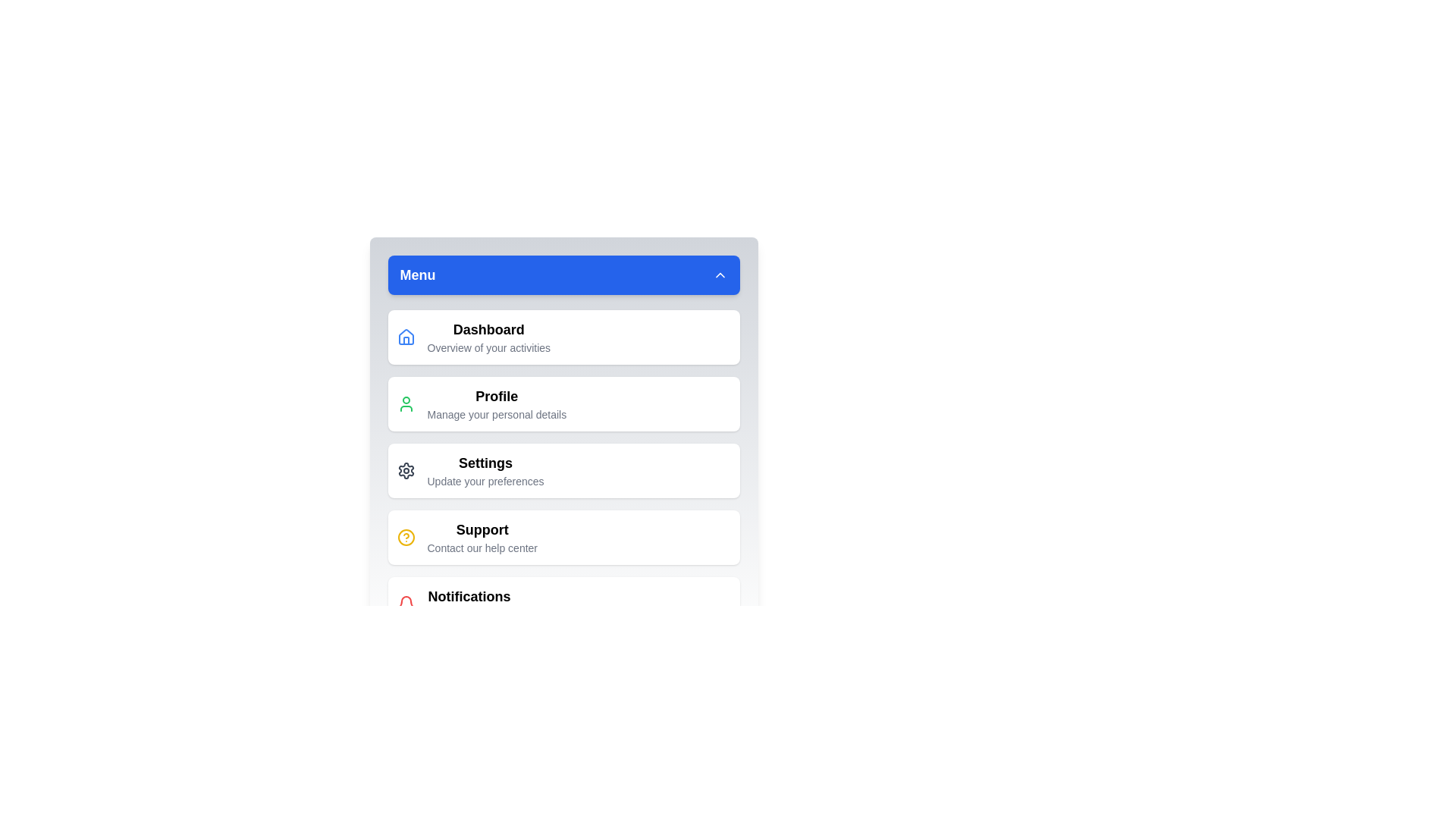 Image resolution: width=1456 pixels, height=819 pixels. I want to click on the 'Settings' label in the vertical menu, which is the third entry after 'Dashboard' and 'Profile', so click(485, 462).